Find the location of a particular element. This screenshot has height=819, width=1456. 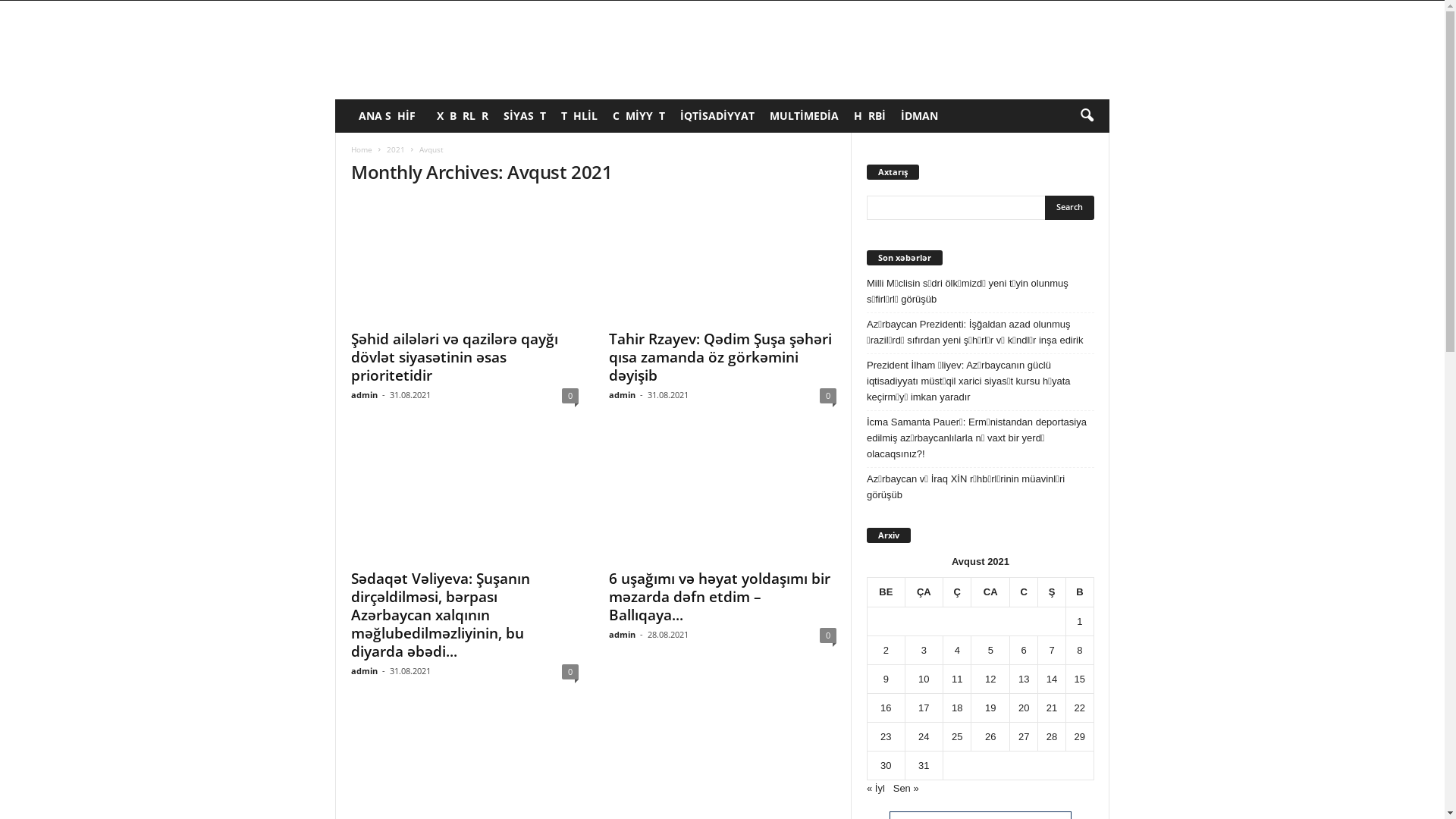

'13' is located at coordinates (1023, 678).